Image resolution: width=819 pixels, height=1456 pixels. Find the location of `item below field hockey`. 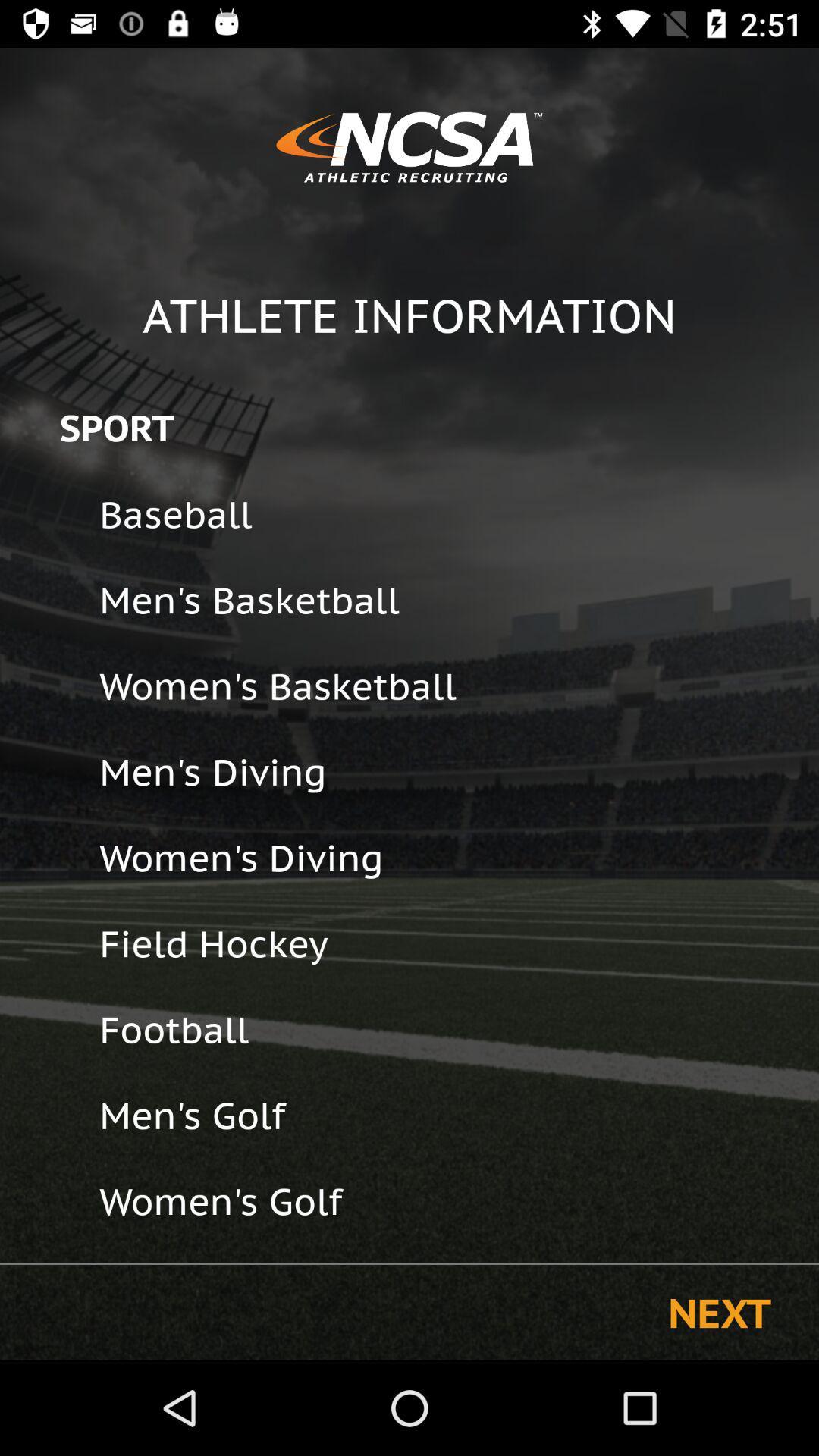

item below field hockey is located at coordinates (448, 1029).